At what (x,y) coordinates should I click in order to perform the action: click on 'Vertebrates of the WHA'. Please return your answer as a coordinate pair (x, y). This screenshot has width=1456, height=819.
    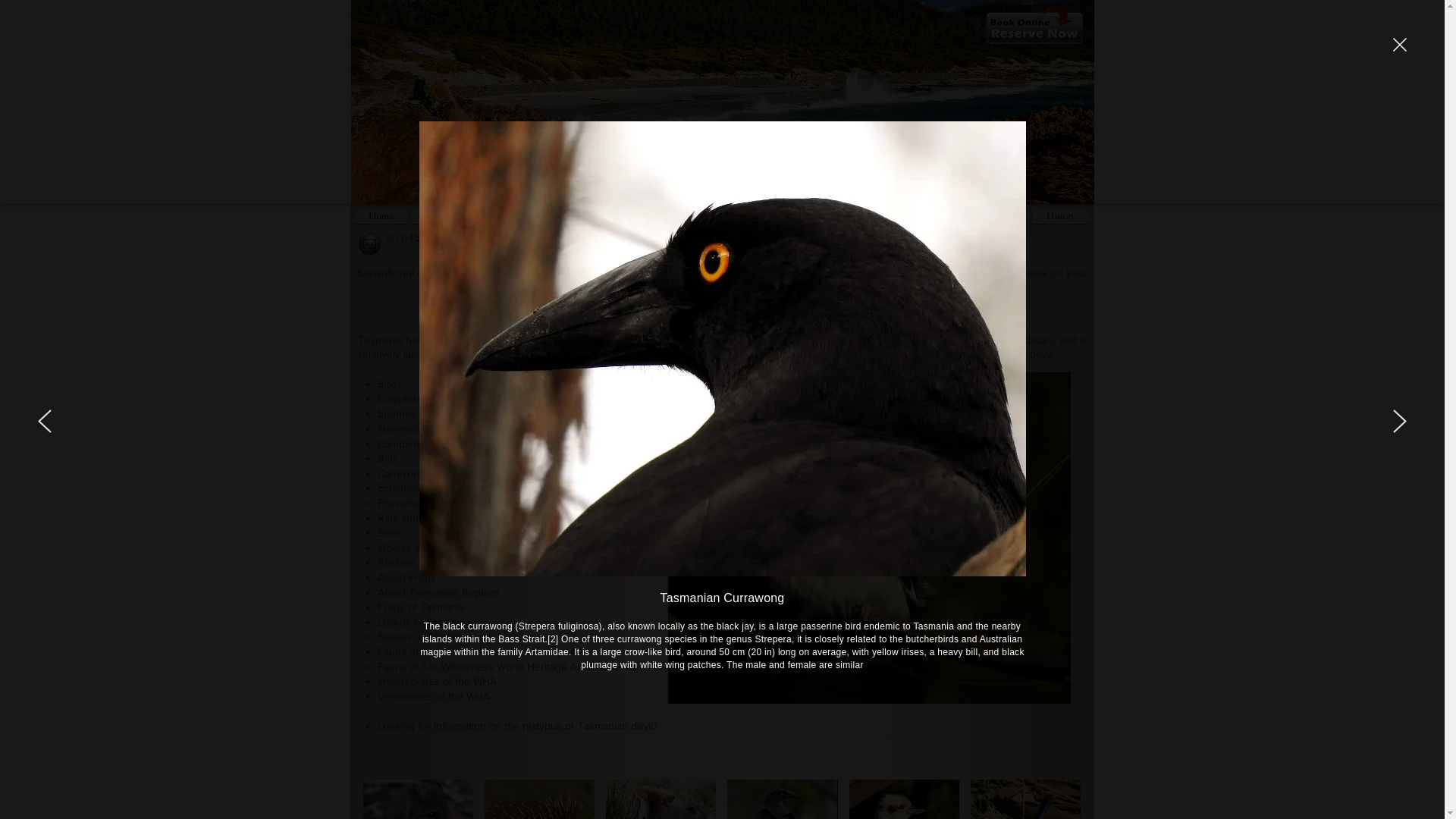
    Looking at the image, I should click on (432, 696).